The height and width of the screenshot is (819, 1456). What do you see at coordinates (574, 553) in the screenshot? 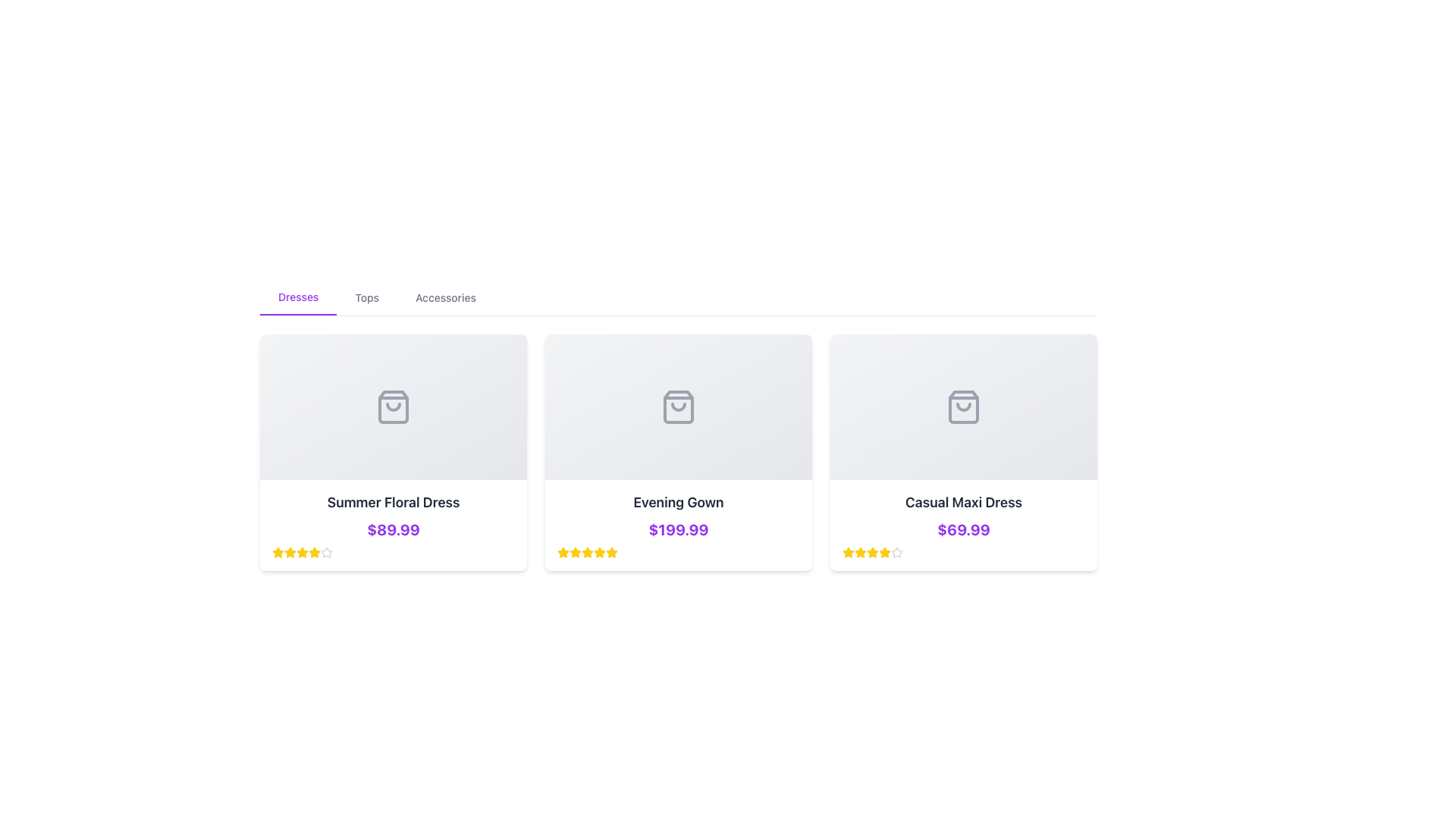
I see `the third star icon in the rating system for the product 'Evening Gown', which is filled with yellow color and has a rounded outline` at bounding box center [574, 553].